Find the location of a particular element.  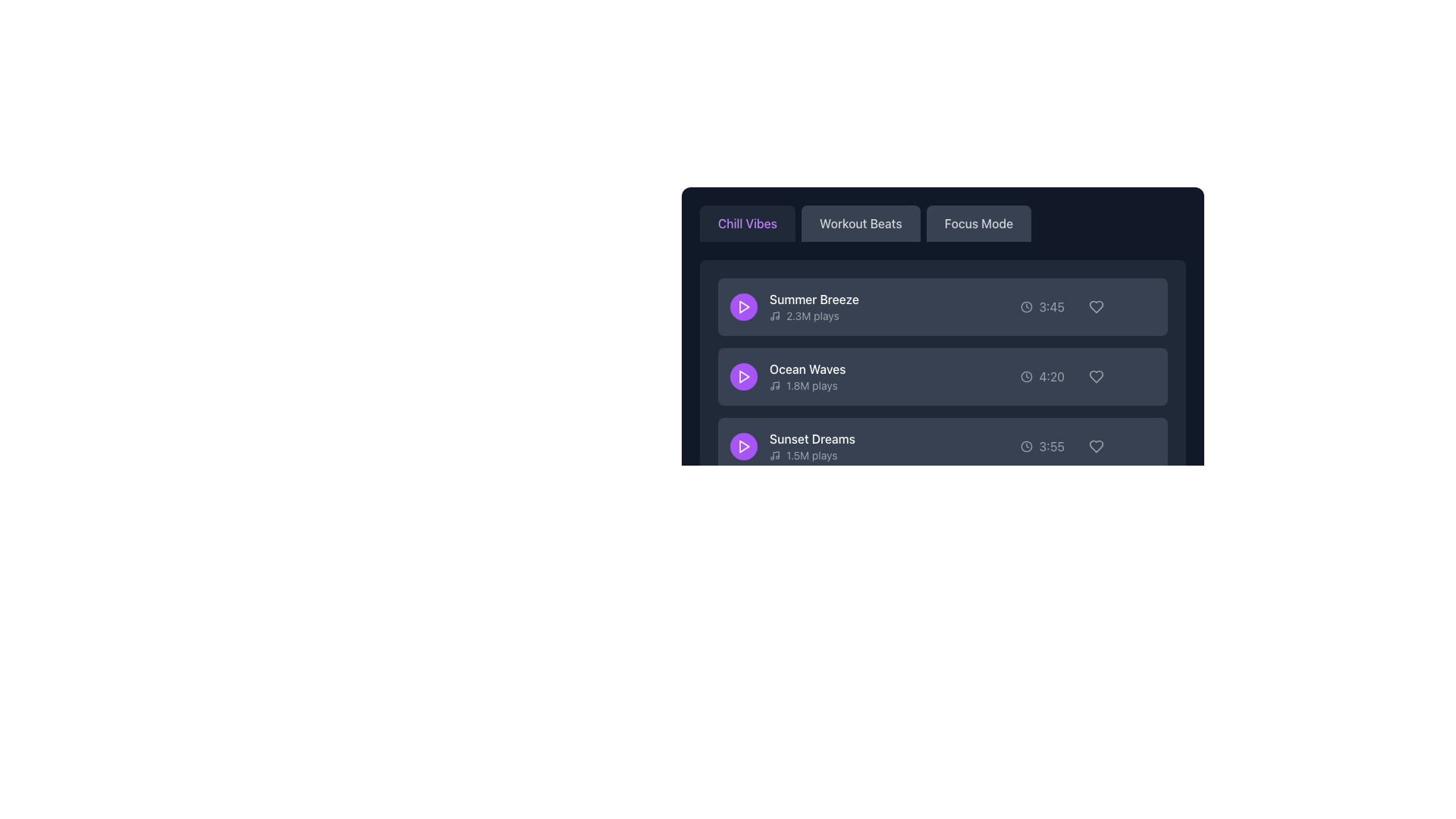

the Label displaying 'Ocean Waves 1.8M plays', which is the second item in the list, positioned below 'Summer Breeze' and above 'Sunset Dreams', located to the right of a purple circular play button is located at coordinates (807, 376).